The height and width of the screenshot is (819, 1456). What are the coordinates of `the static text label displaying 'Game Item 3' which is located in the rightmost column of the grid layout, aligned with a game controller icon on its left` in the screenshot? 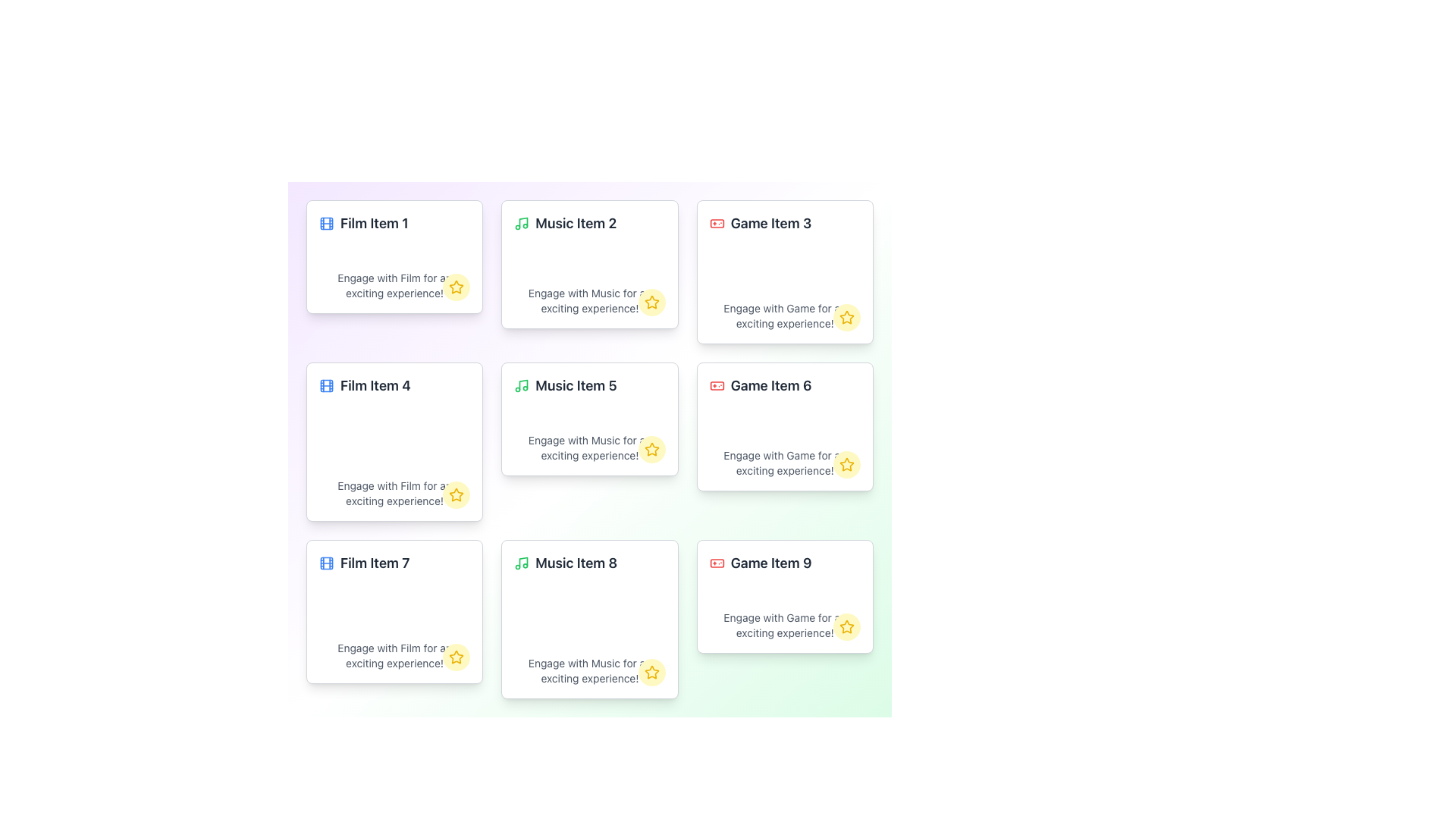 It's located at (770, 223).